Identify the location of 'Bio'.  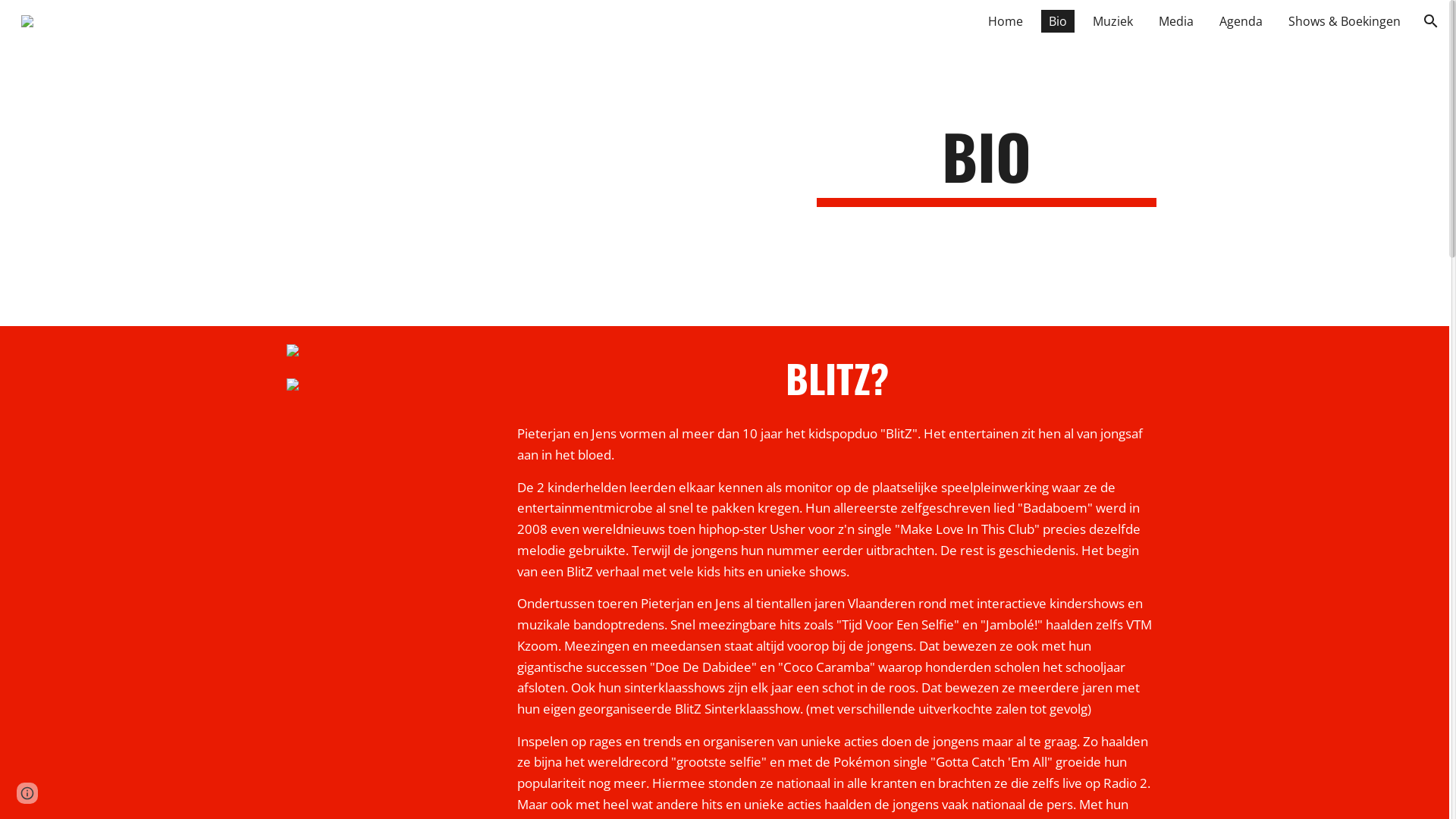
(1040, 20).